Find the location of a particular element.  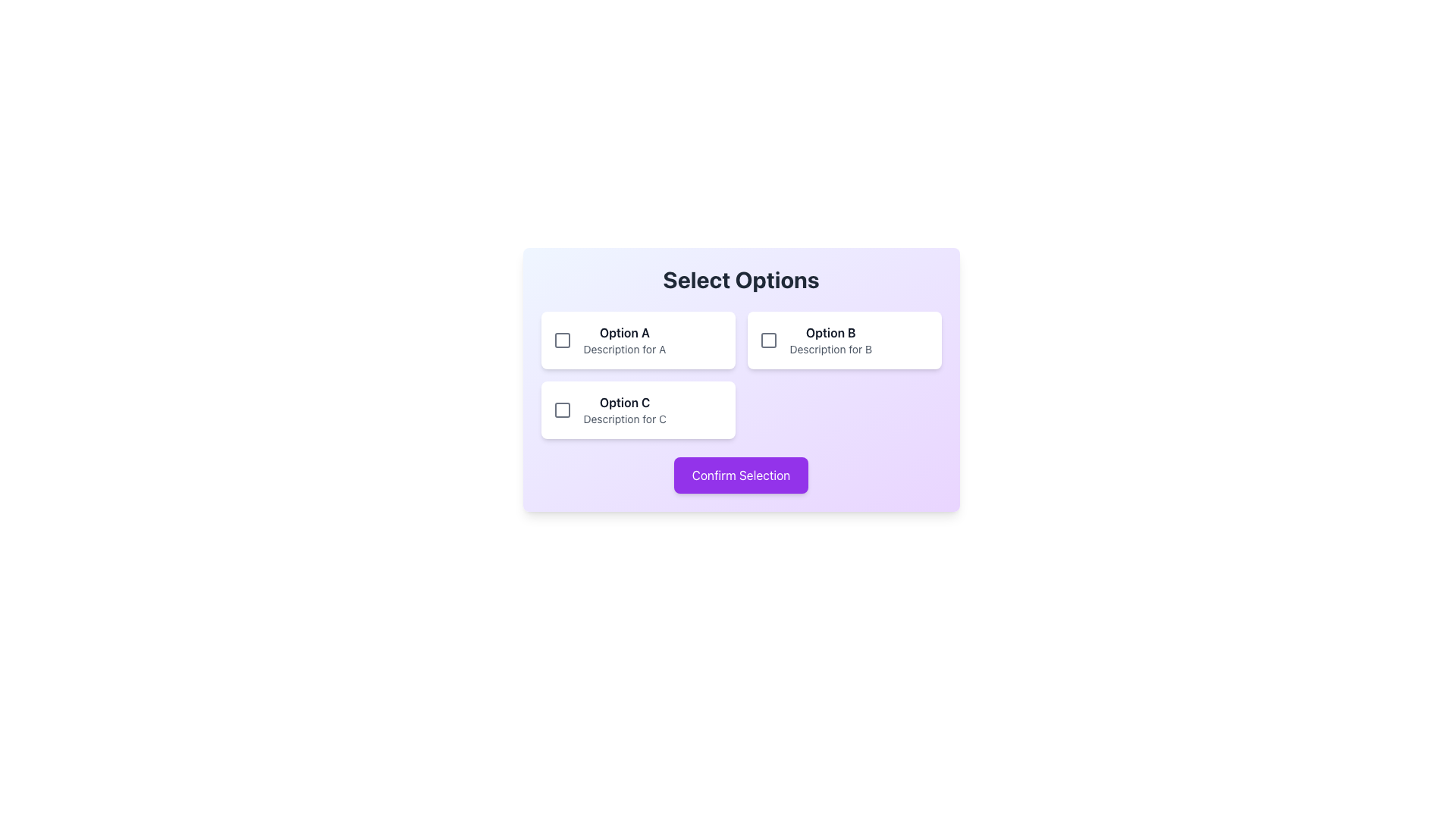

the text label 'Option B' which is styled in bold and dark text, located on the right side of the interface above its description is located at coordinates (830, 332).